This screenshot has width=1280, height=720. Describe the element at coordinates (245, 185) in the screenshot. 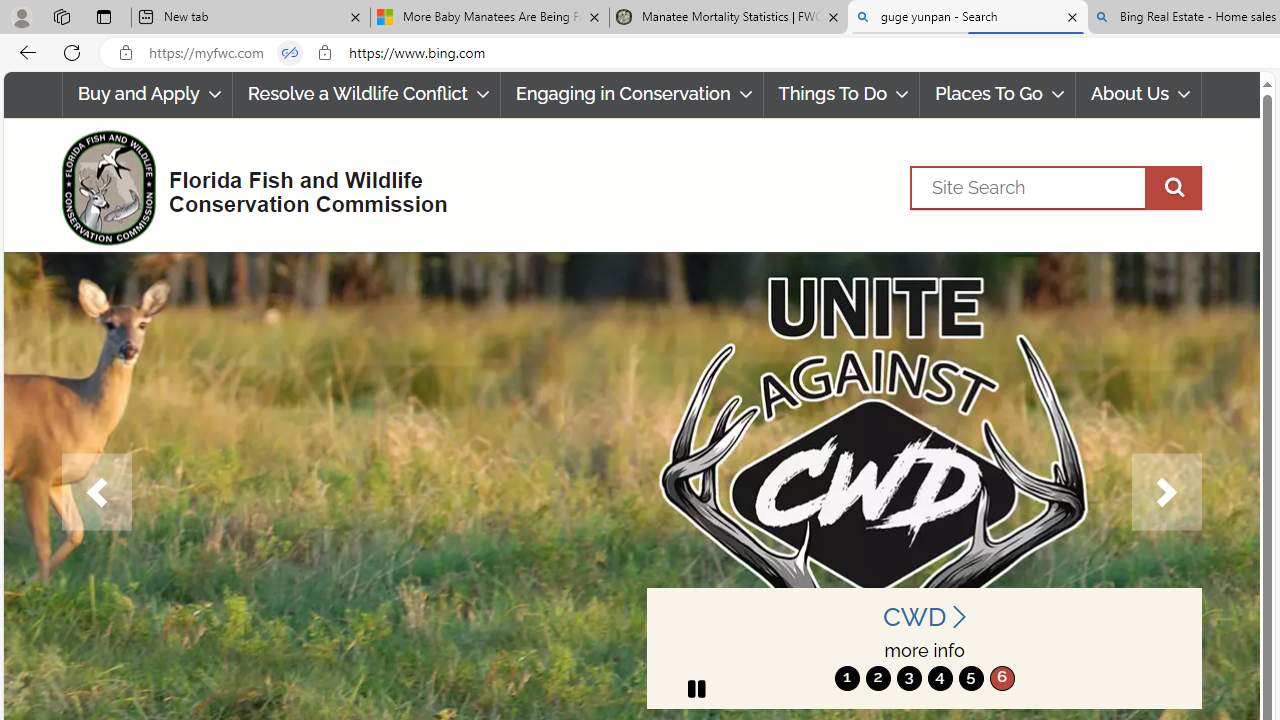

I see `'FWC Logo Florida Fish and Wildlife Conservation Commission'` at that location.